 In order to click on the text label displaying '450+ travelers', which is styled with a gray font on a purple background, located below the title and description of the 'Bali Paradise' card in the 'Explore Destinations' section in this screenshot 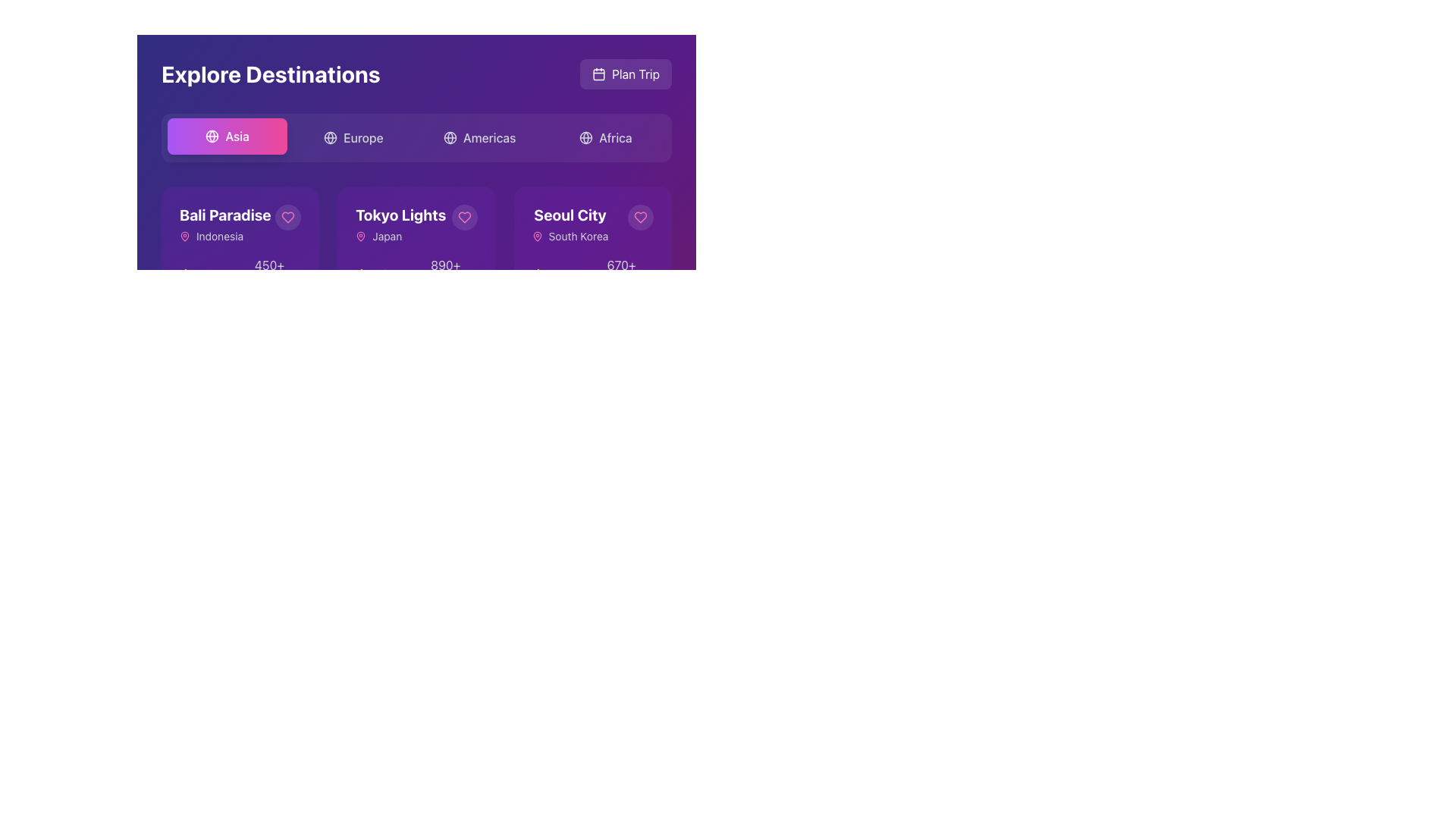, I will do `click(269, 275)`.